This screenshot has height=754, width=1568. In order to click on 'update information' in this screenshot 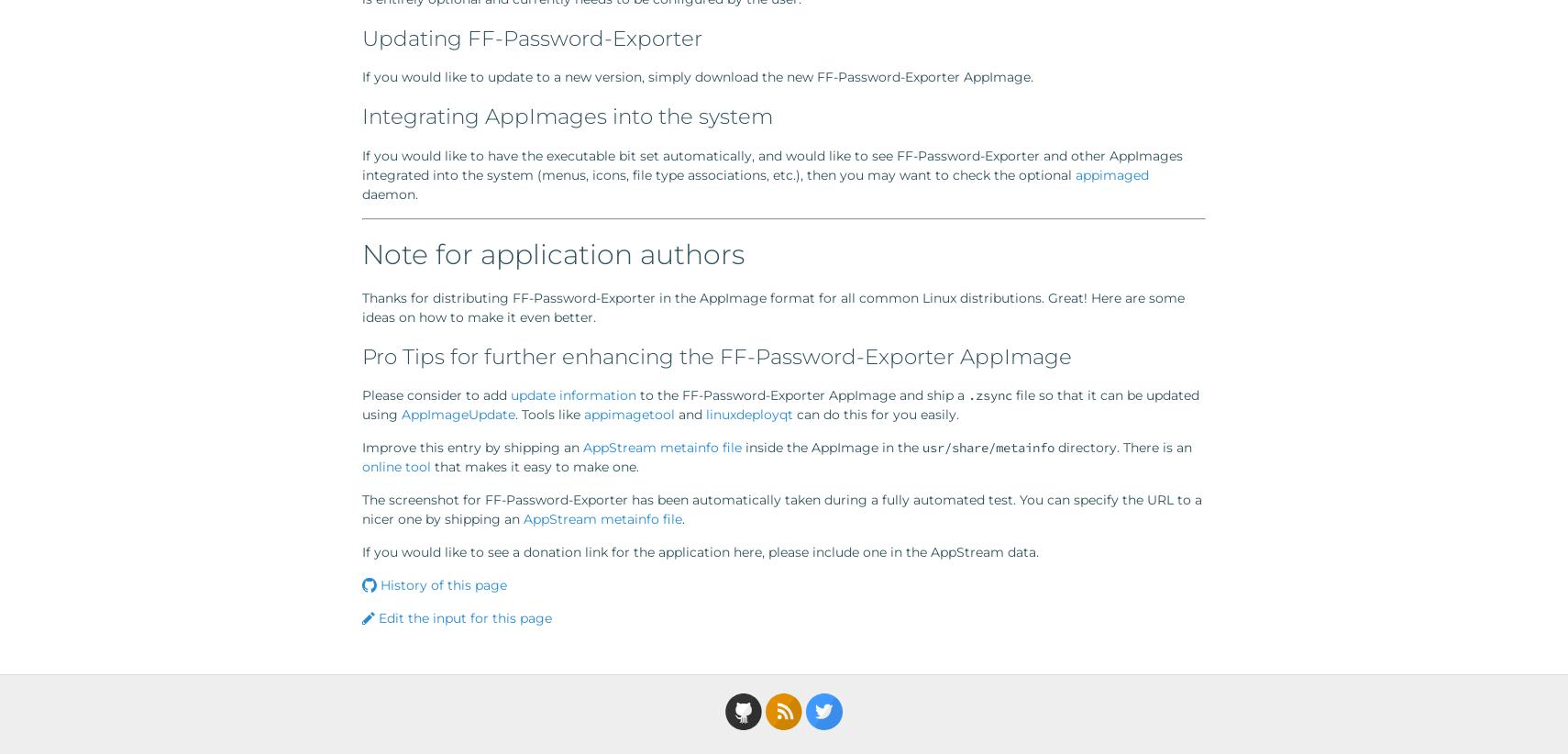, I will do `click(510, 394)`.